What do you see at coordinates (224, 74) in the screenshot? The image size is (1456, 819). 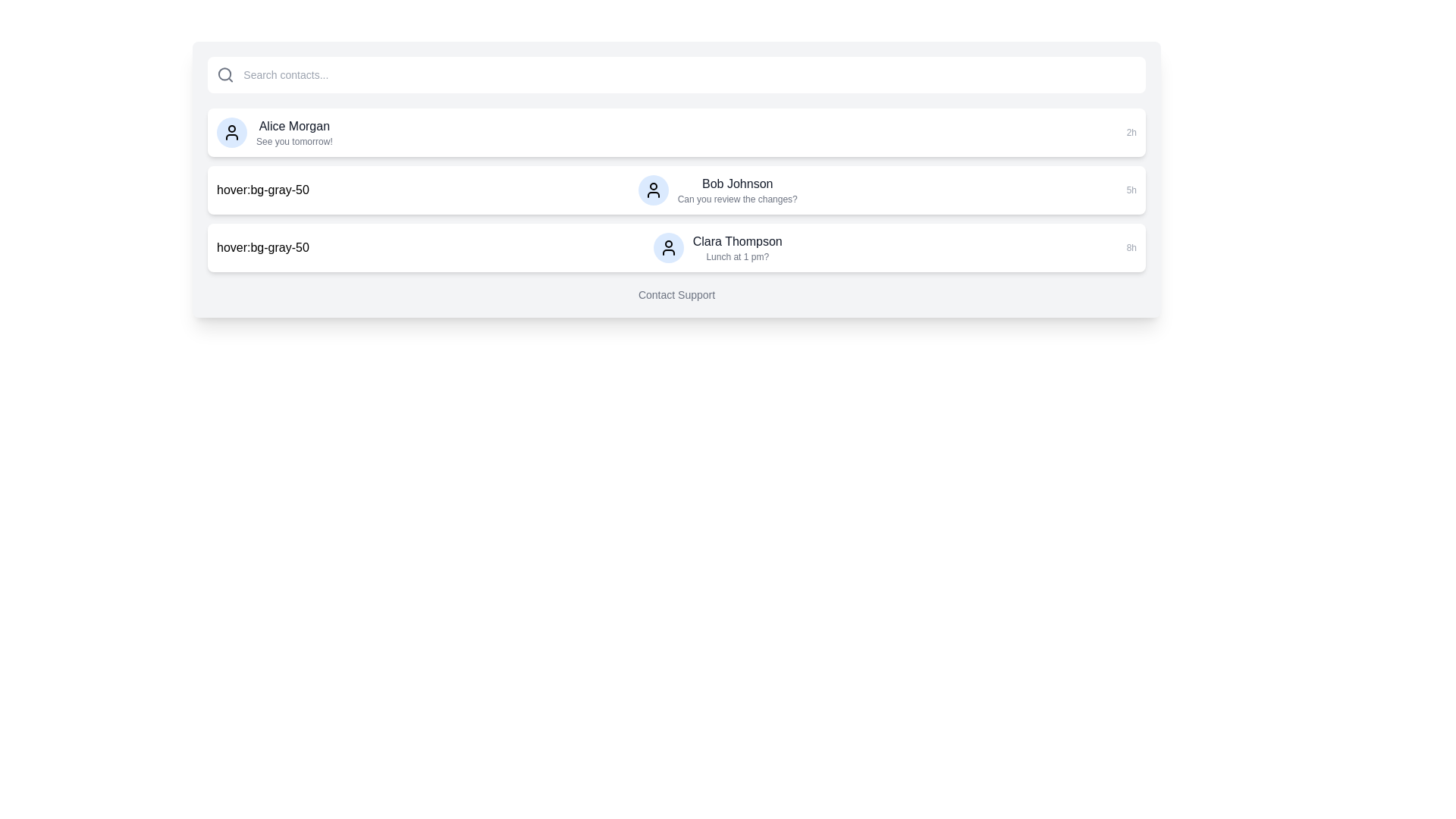 I see `the search icon represented by the SVG Circle located at the left side of the input field labeled 'Search contacts...'` at bounding box center [224, 74].